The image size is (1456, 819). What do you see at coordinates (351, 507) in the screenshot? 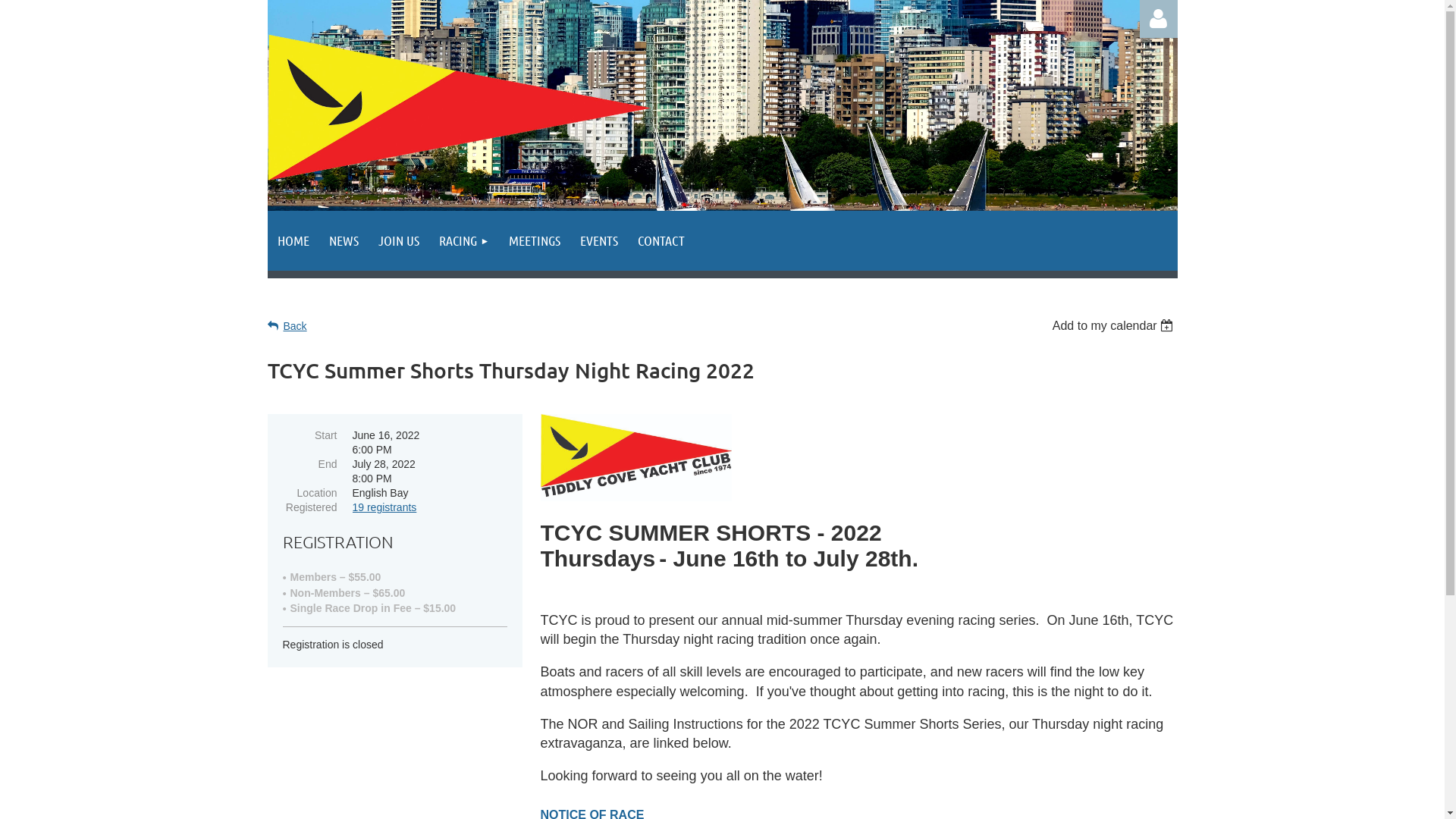
I see `'19 registrants'` at bounding box center [351, 507].